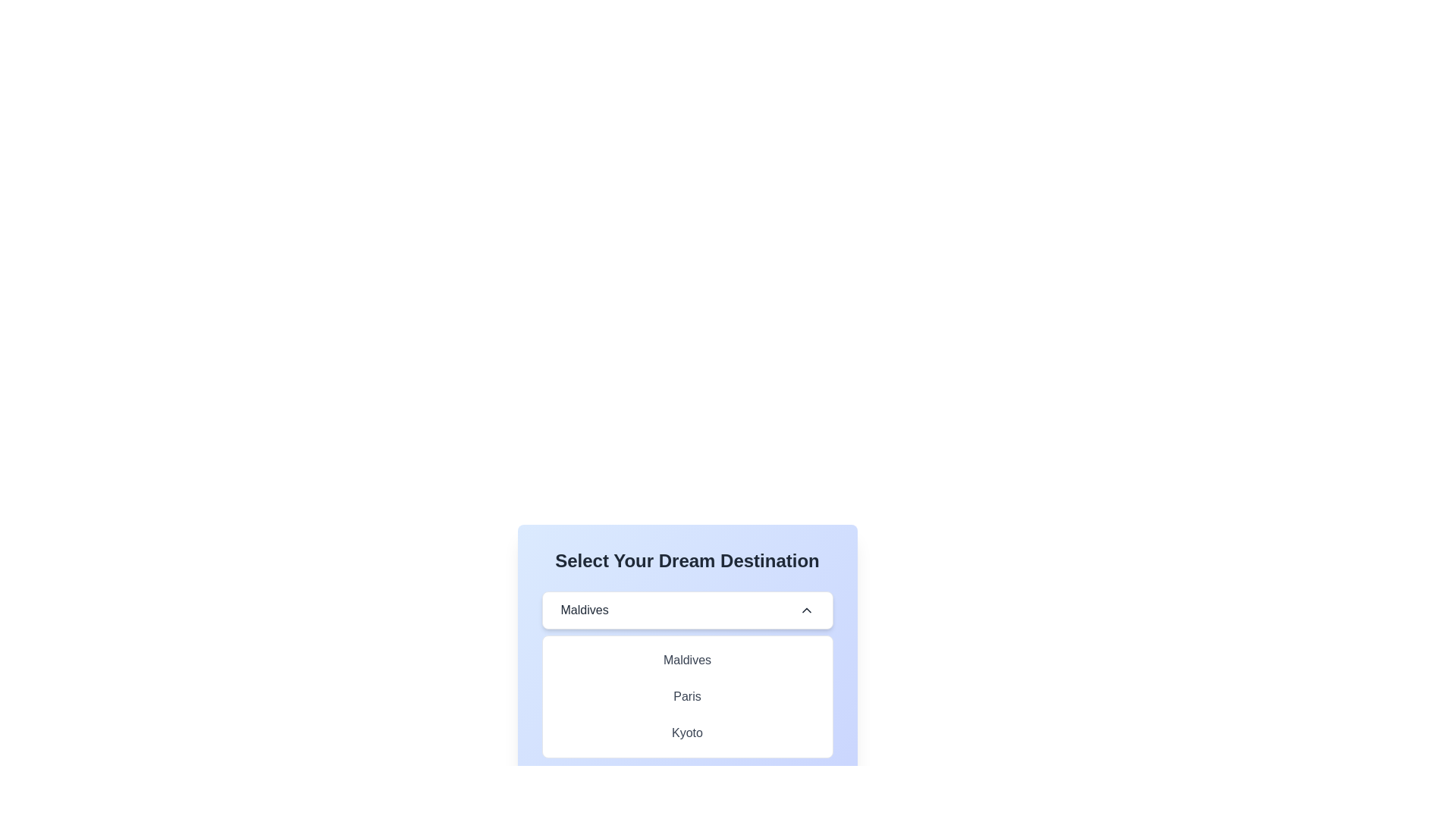 This screenshot has height=819, width=1456. What do you see at coordinates (686, 561) in the screenshot?
I see `the prominently displayed text label 'Select Your Dream Destination', which is styled with a large, bold font and is located at the top of the section with a light blue gradient background` at bounding box center [686, 561].